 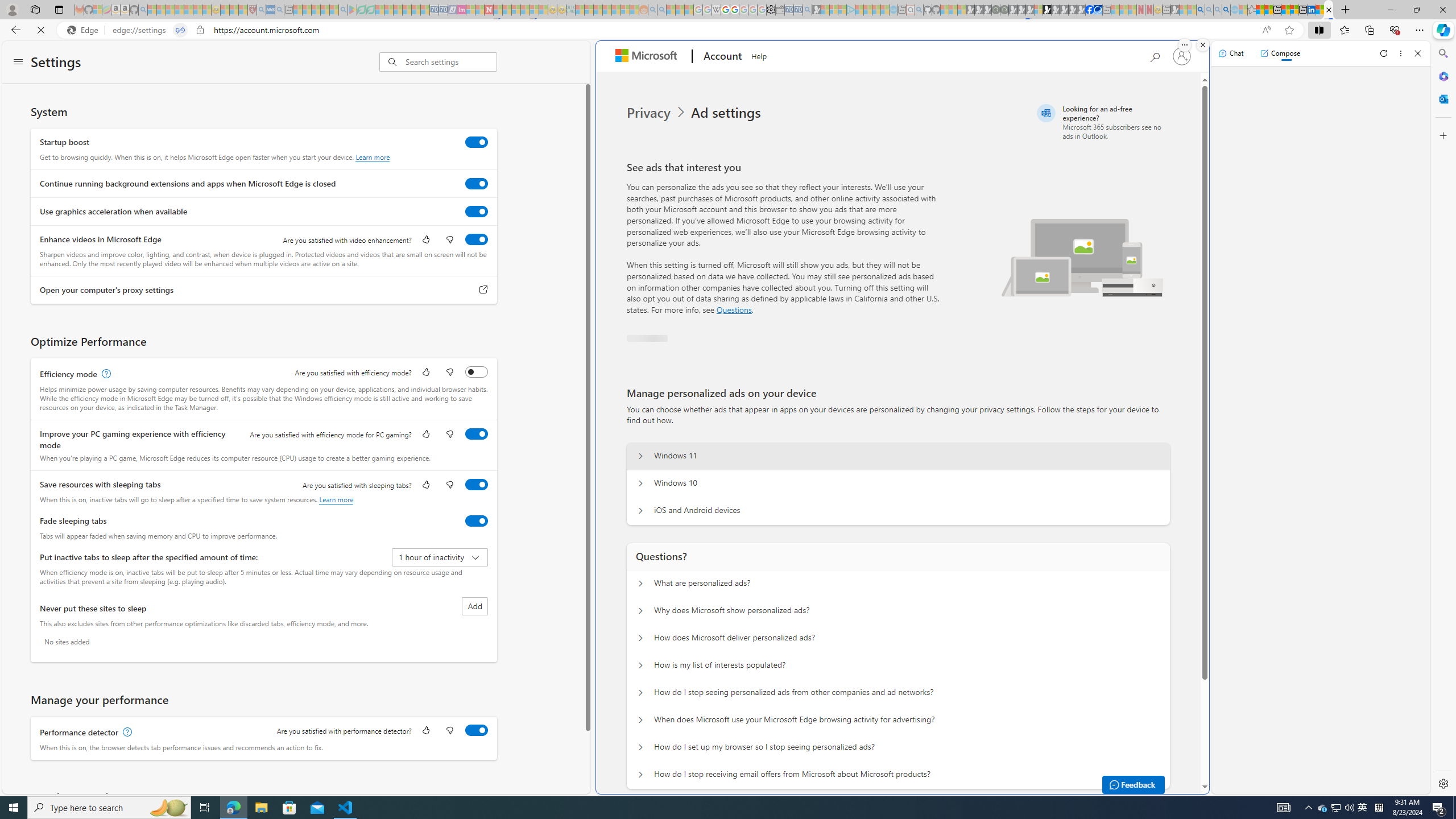 I want to click on 'Microsoft', so click(x=648, y=56).